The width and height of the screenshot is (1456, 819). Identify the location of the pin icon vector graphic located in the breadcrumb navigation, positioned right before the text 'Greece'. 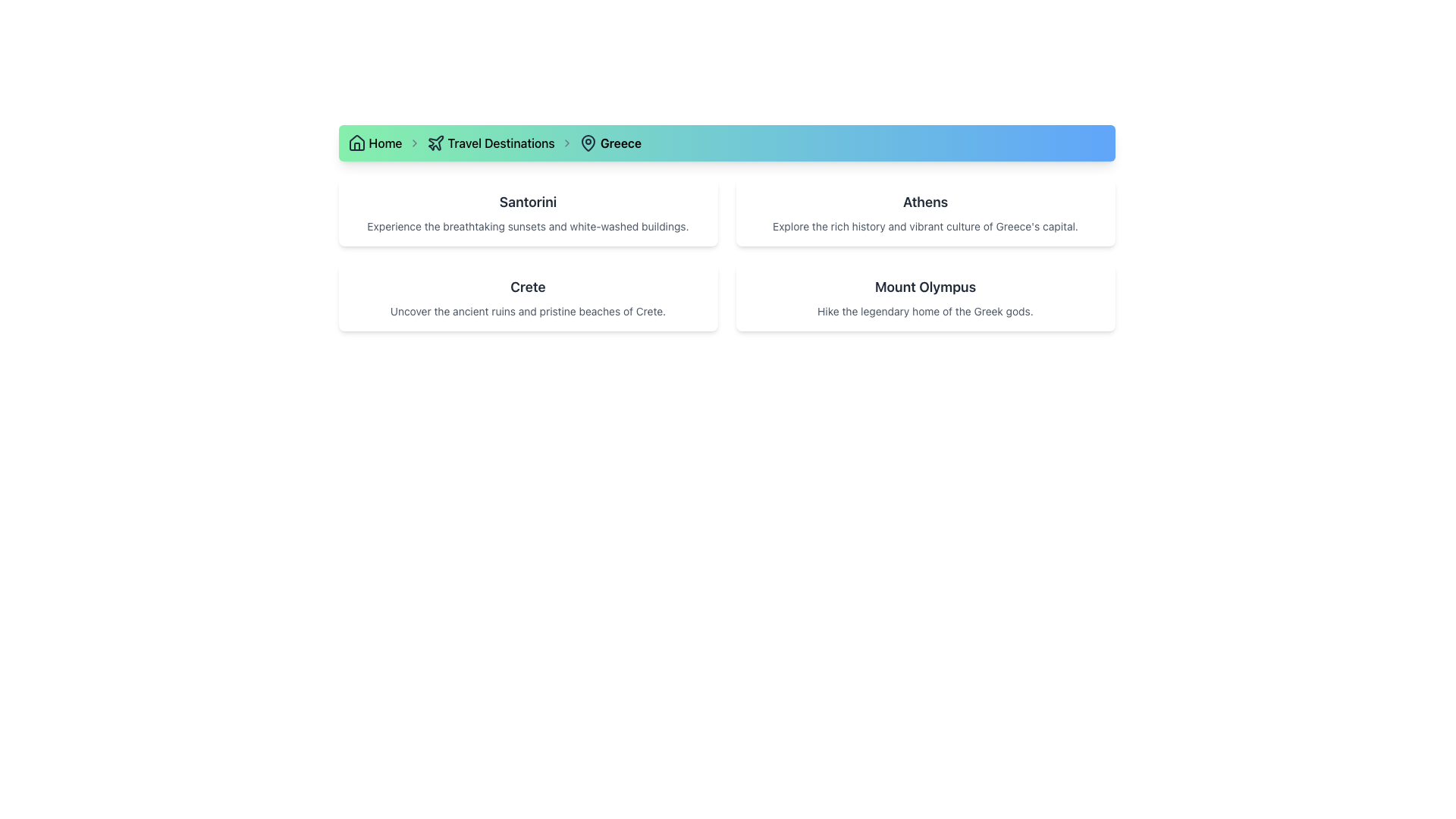
(587, 143).